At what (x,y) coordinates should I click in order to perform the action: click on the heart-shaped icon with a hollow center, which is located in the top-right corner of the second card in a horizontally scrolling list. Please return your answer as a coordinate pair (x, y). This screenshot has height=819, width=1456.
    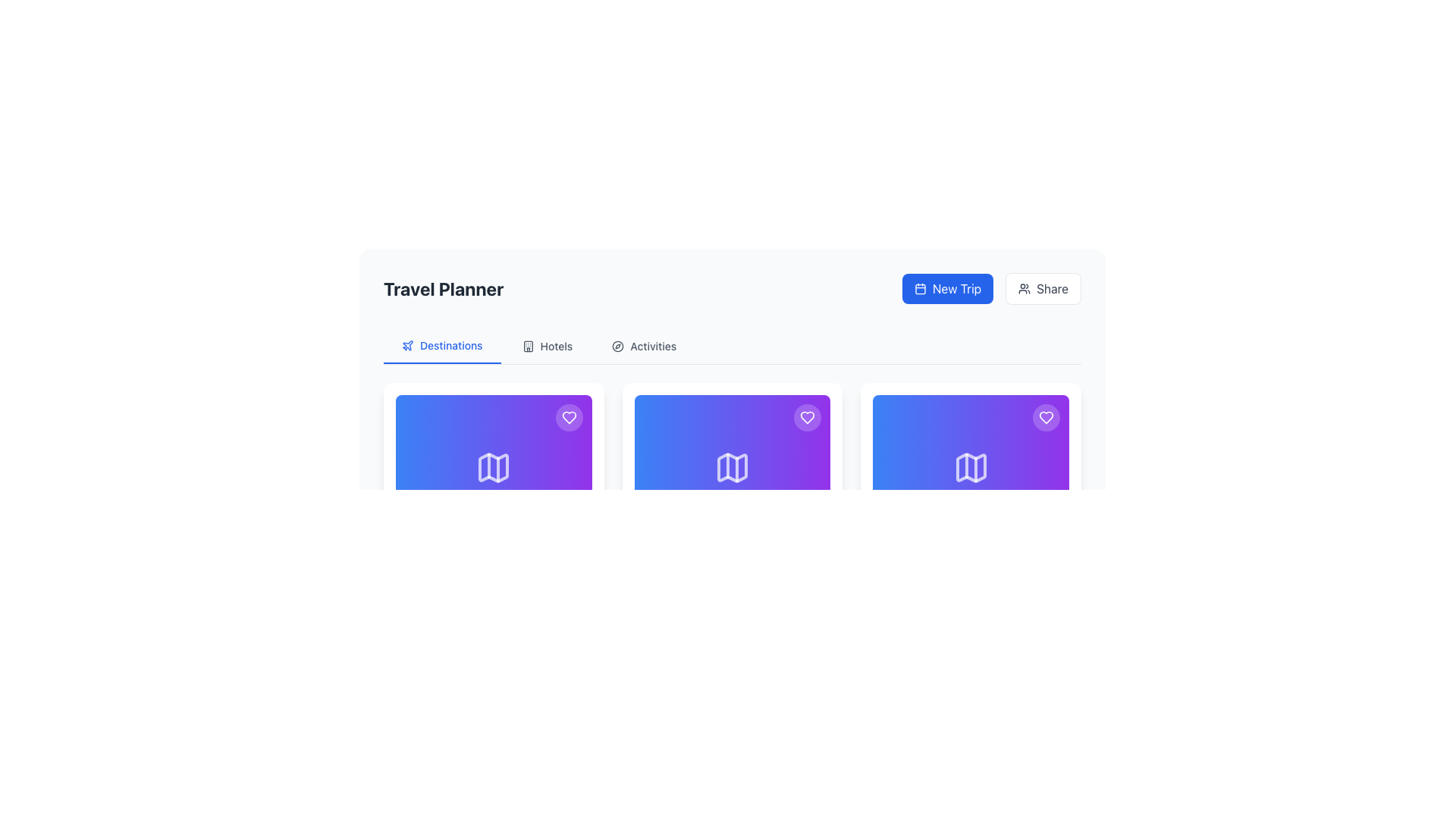
    Looking at the image, I should click on (1045, 418).